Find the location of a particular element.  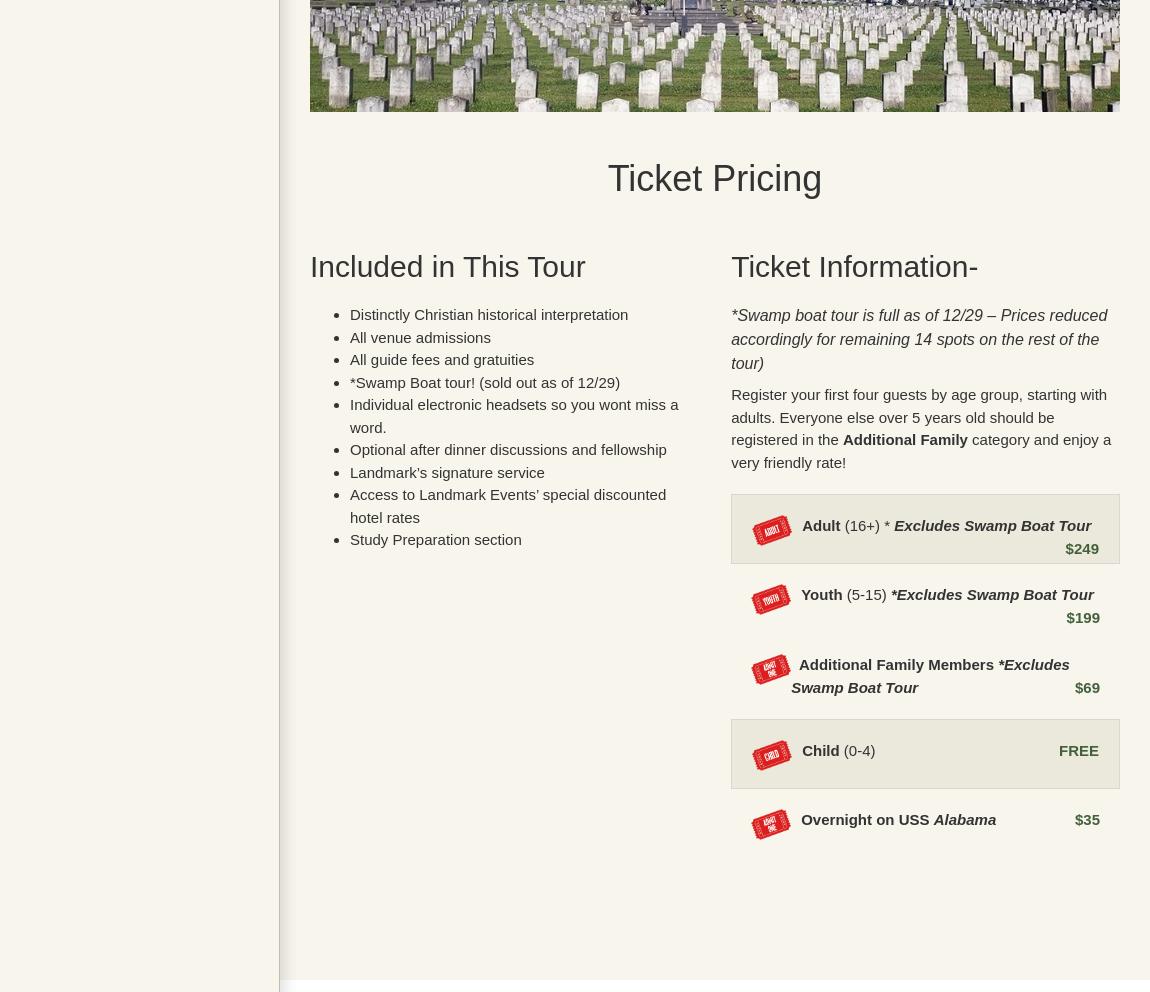

'Additional Family' is located at coordinates (904, 438).